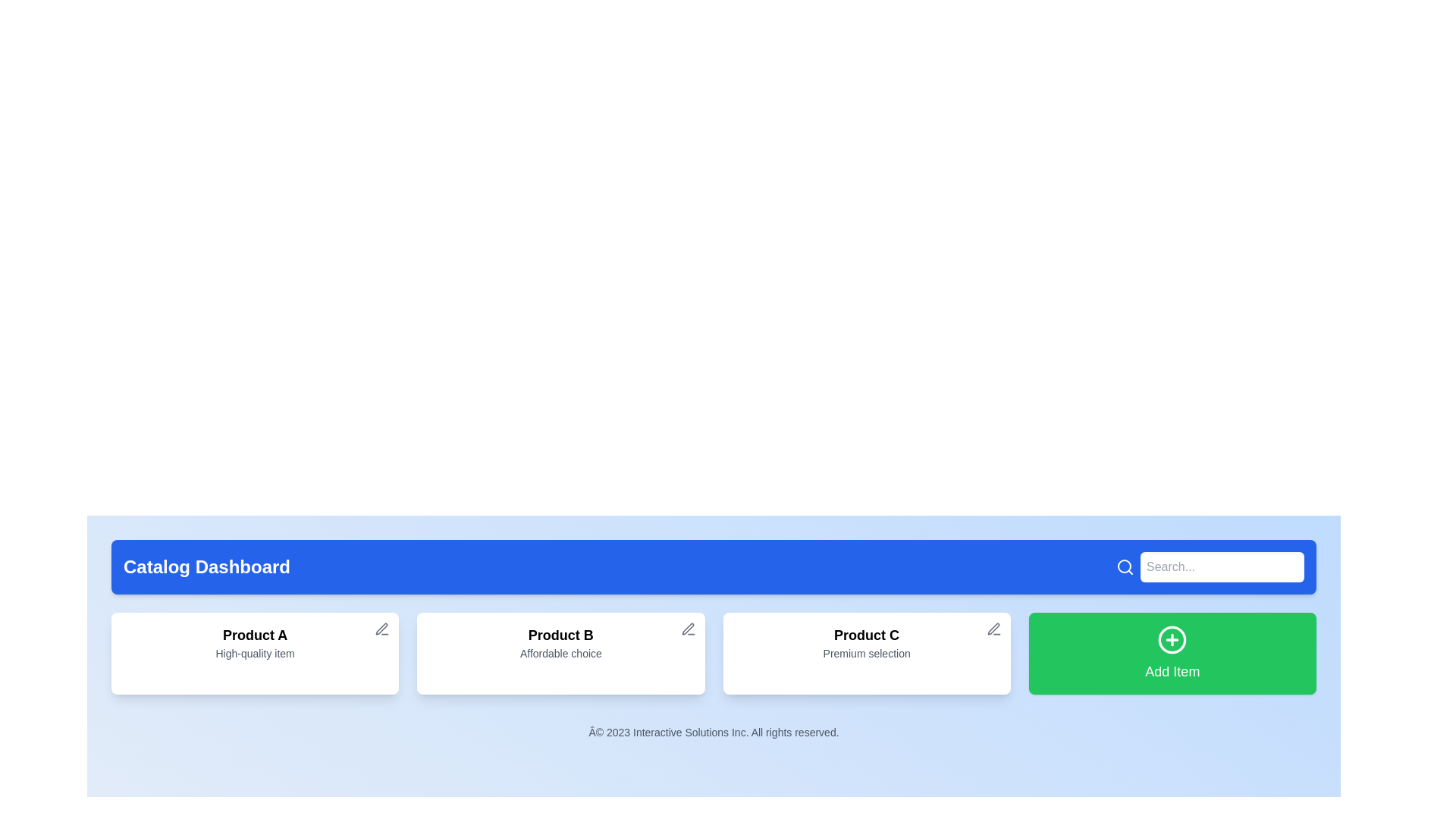 This screenshot has height=819, width=1456. What do you see at coordinates (1172, 671) in the screenshot?
I see `the 'Add Item' text label located inside the green button at the bottom right corner of the interface` at bounding box center [1172, 671].